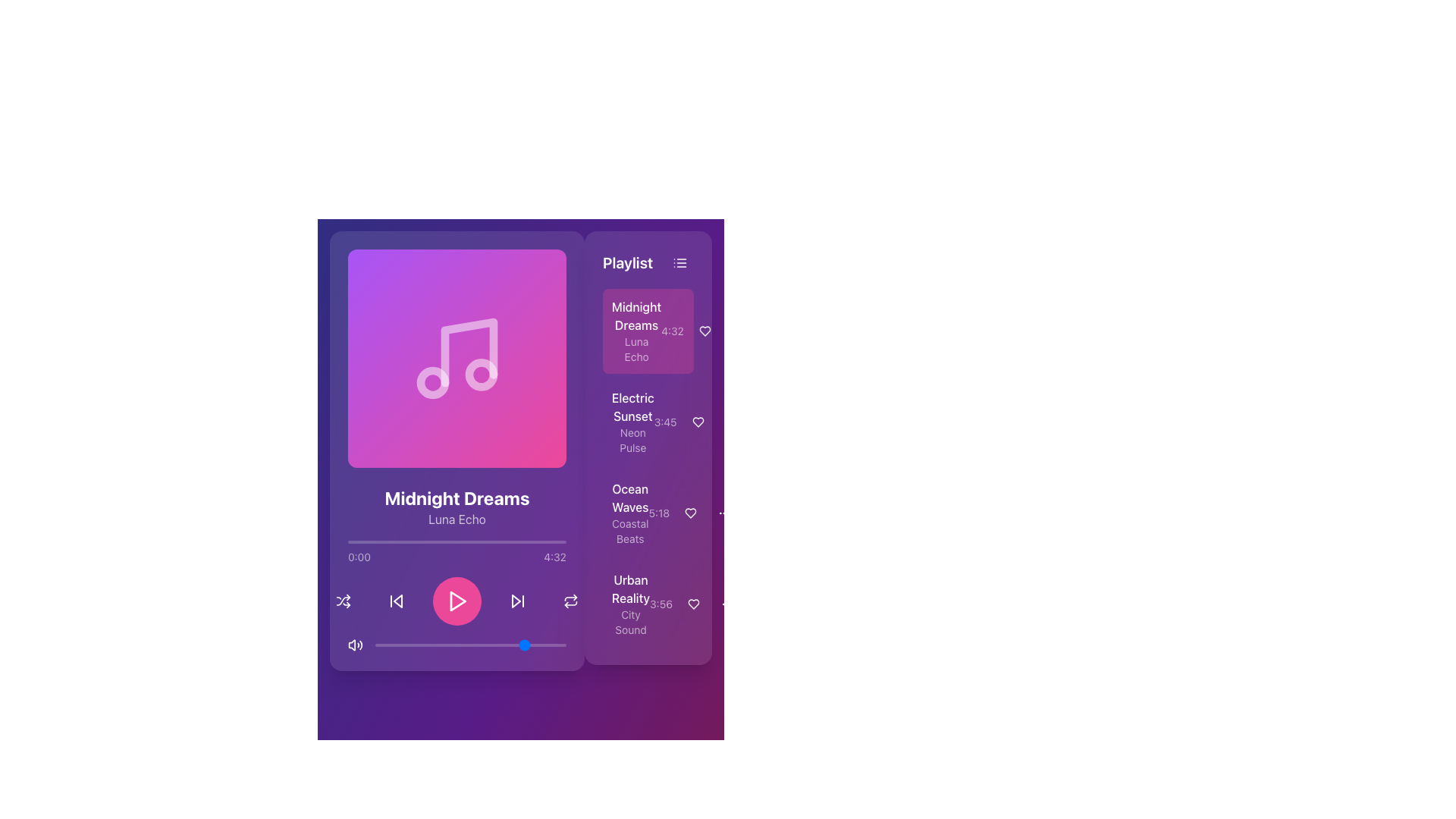  I want to click on the heart-shaped icon located to the right of the track duration '5:18' within the 'Ocean Waves - Coastal Beats' song entry to favorite the song, so click(692, 513).